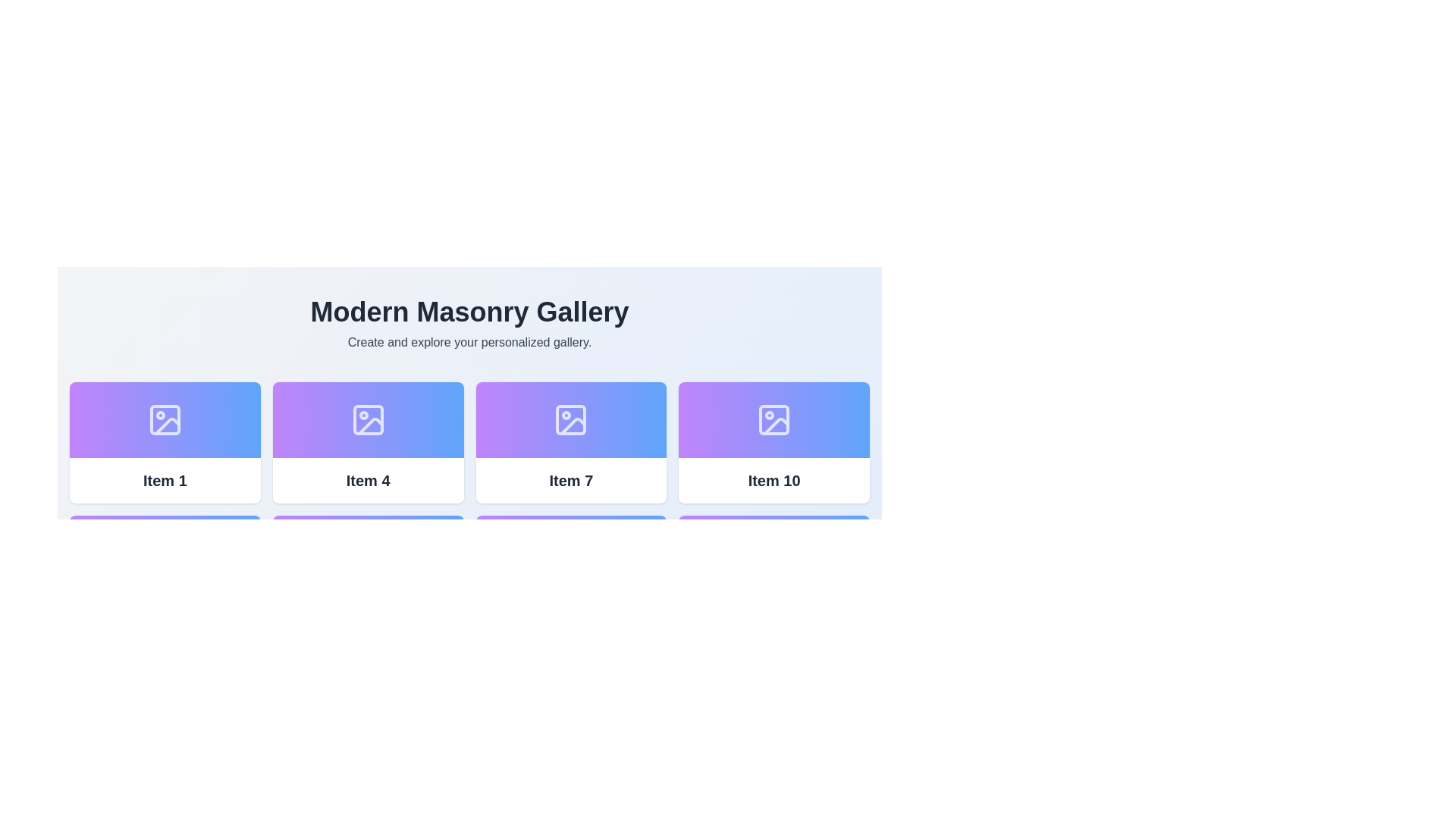 This screenshot has height=819, width=1456. What do you see at coordinates (165, 442) in the screenshot?
I see `the first card in the grid layout, which has a gradient background from purple to blue and contains the label 'Item 1' in bold text at the bottom` at bounding box center [165, 442].